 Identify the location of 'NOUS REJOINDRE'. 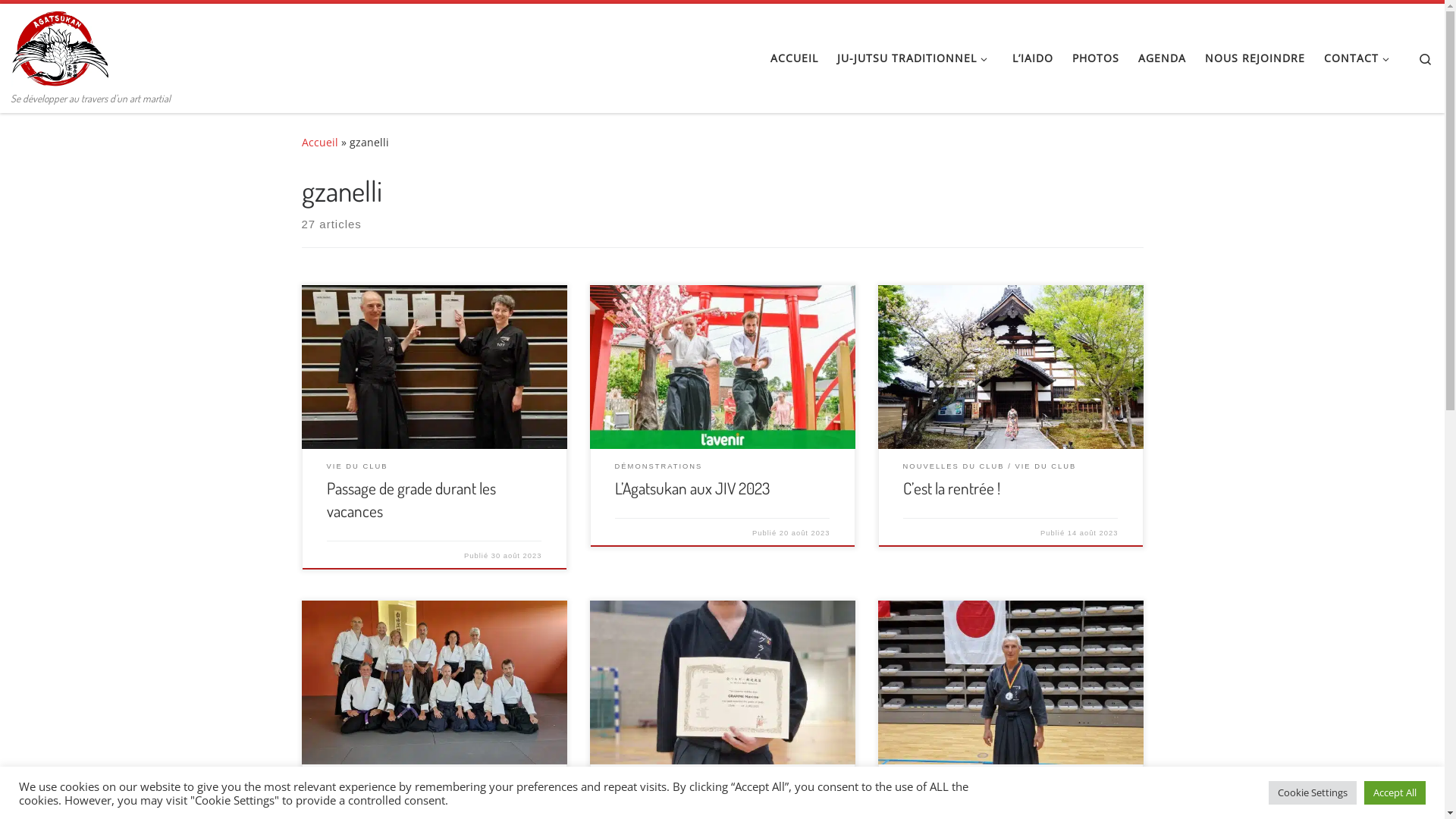
(1254, 58).